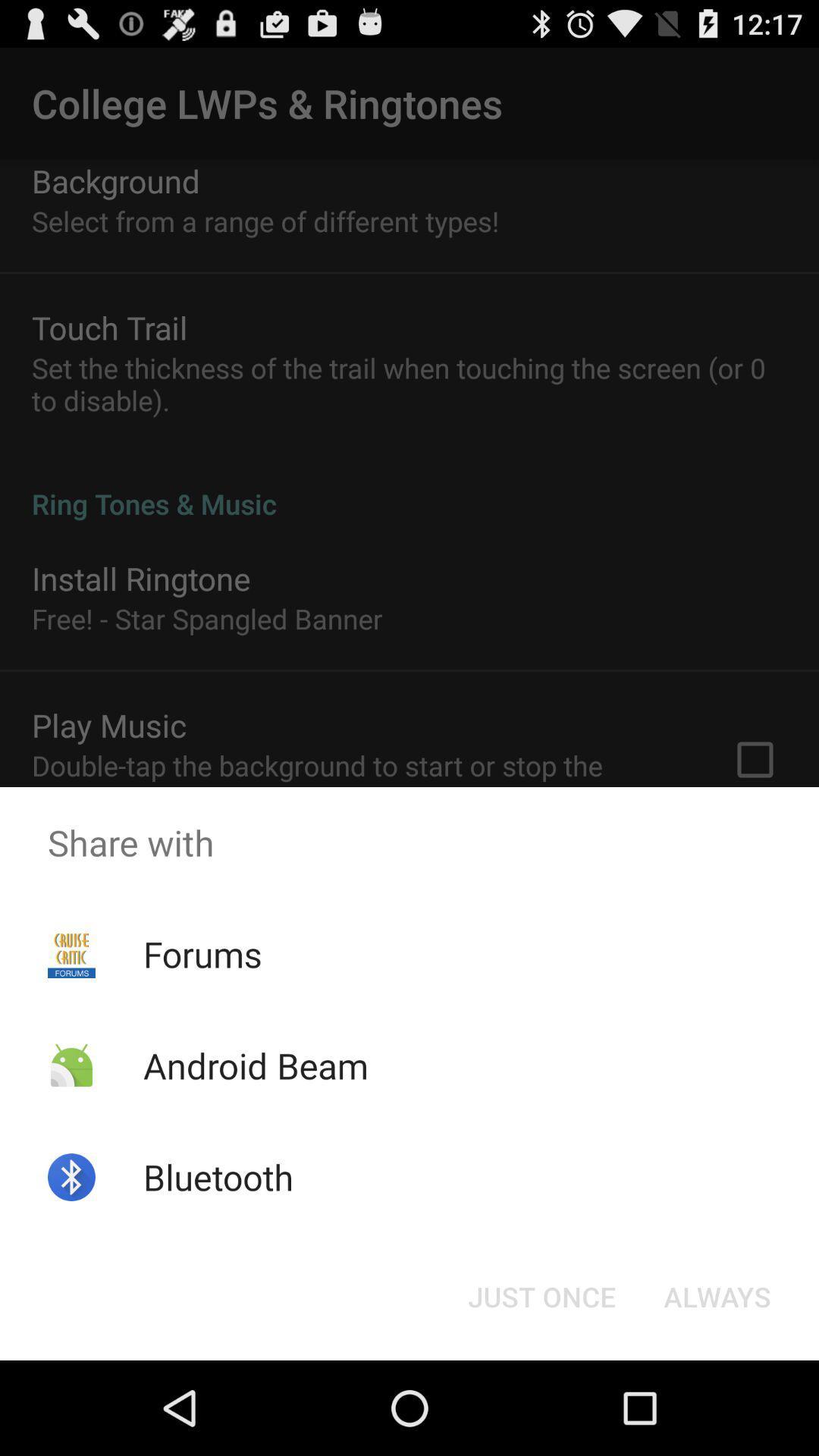 This screenshot has width=819, height=1456. I want to click on item at the bottom, so click(541, 1295).